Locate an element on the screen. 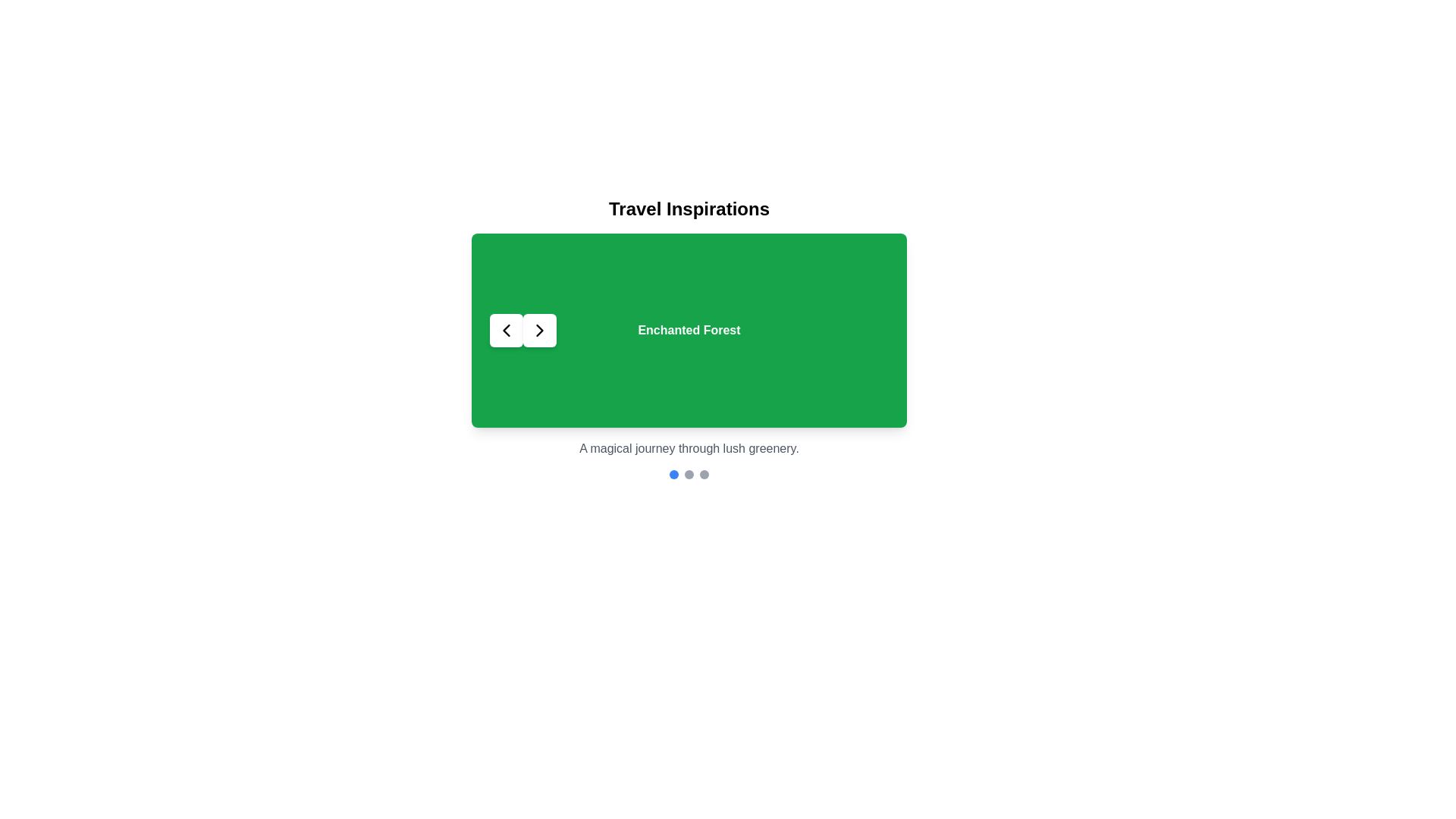 This screenshot has width=1456, height=819. the middle gray circular indicator located below the green content box is located at coordinates (688, 473).